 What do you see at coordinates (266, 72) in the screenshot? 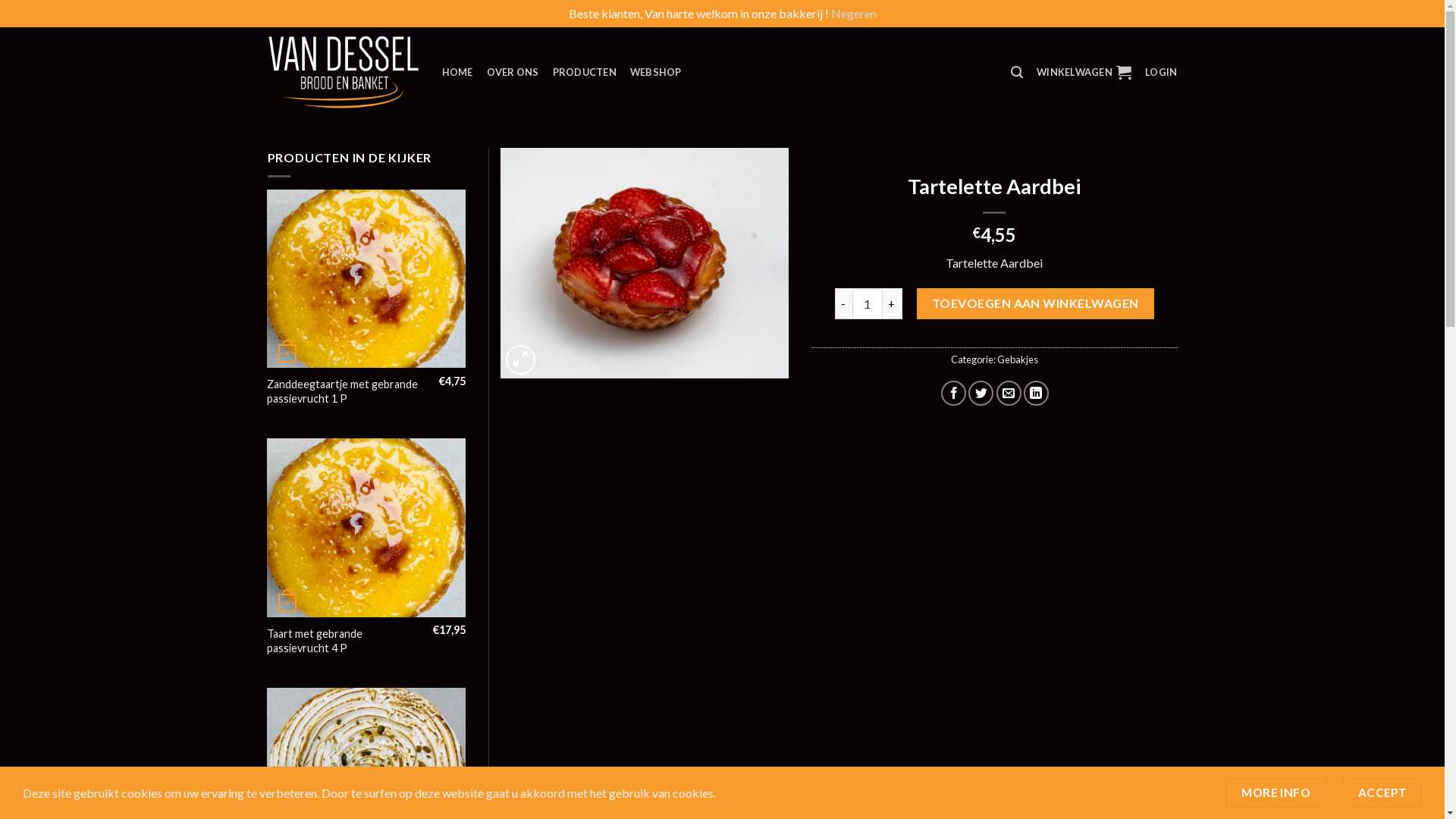
I see `'Bakkerij Van Dessel - Brood en banket op grootvaders wijze'` at bounding box center [266, 72].